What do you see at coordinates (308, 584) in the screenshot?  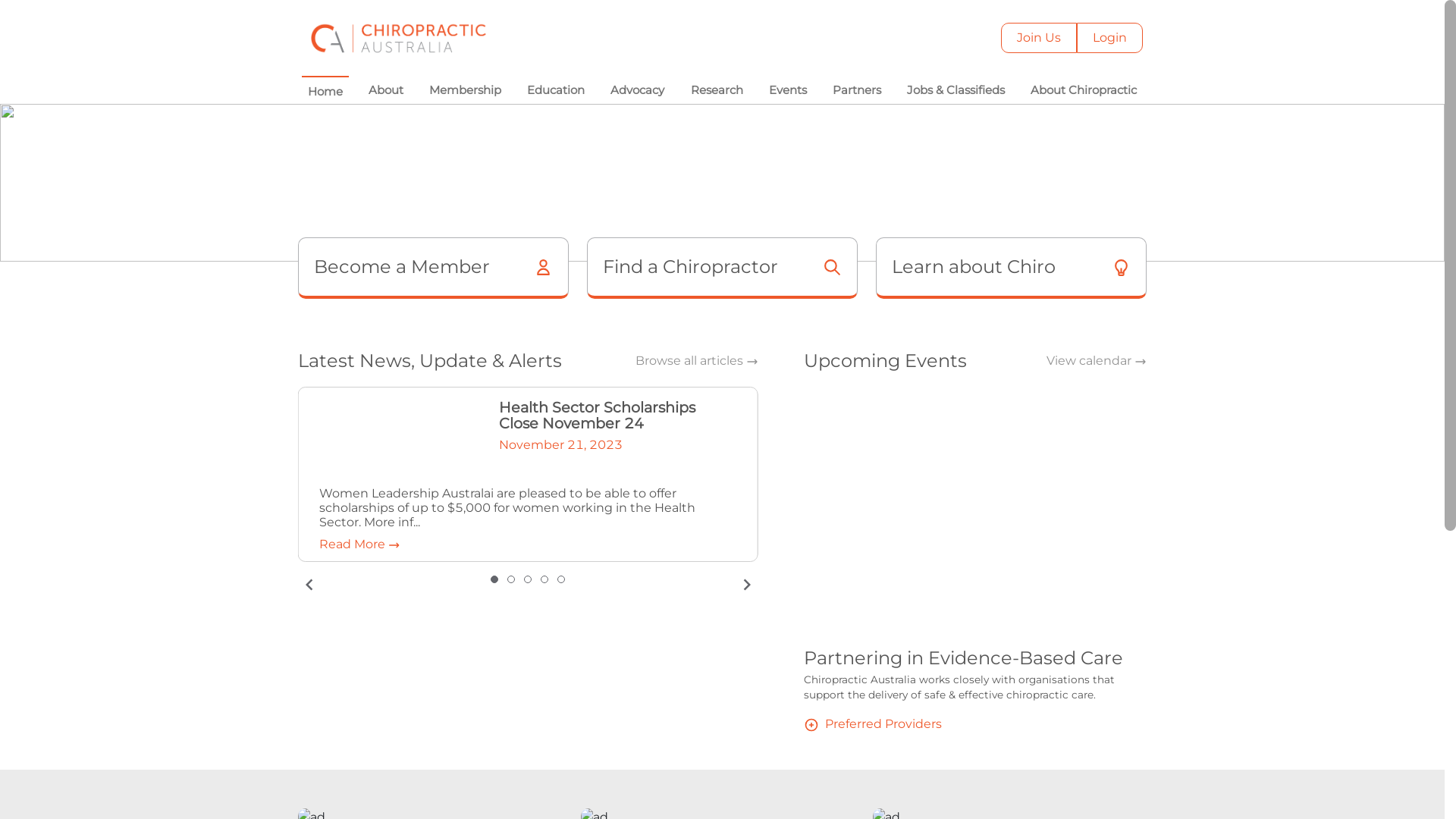 I see `'previous slide / item'` at bounding box center [308, 584].